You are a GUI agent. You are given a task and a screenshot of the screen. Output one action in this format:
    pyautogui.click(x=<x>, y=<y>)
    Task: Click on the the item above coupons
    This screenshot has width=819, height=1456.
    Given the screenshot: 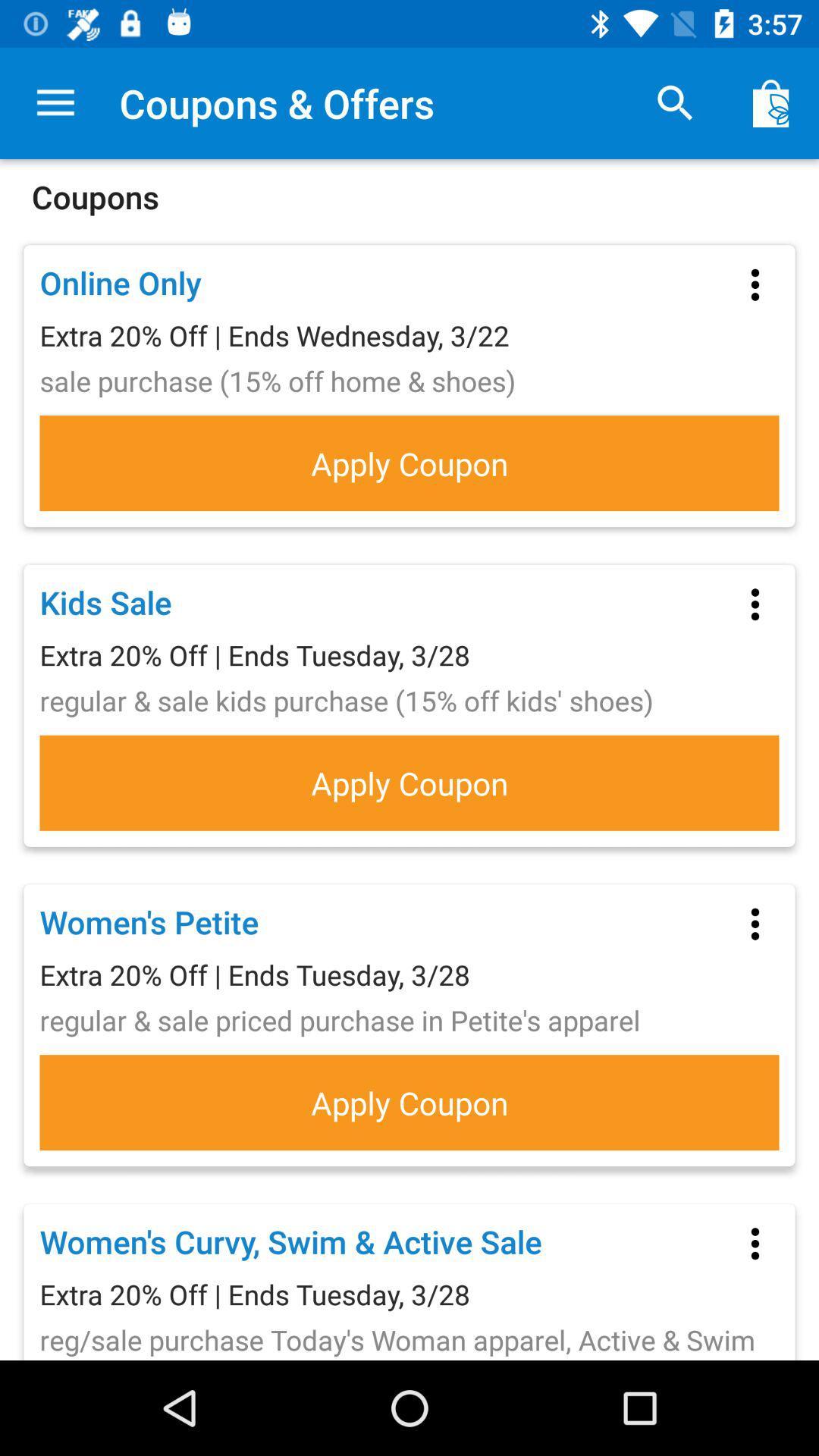 What is the action you would take?
    pyautogui.click(x=55, y=102)
    